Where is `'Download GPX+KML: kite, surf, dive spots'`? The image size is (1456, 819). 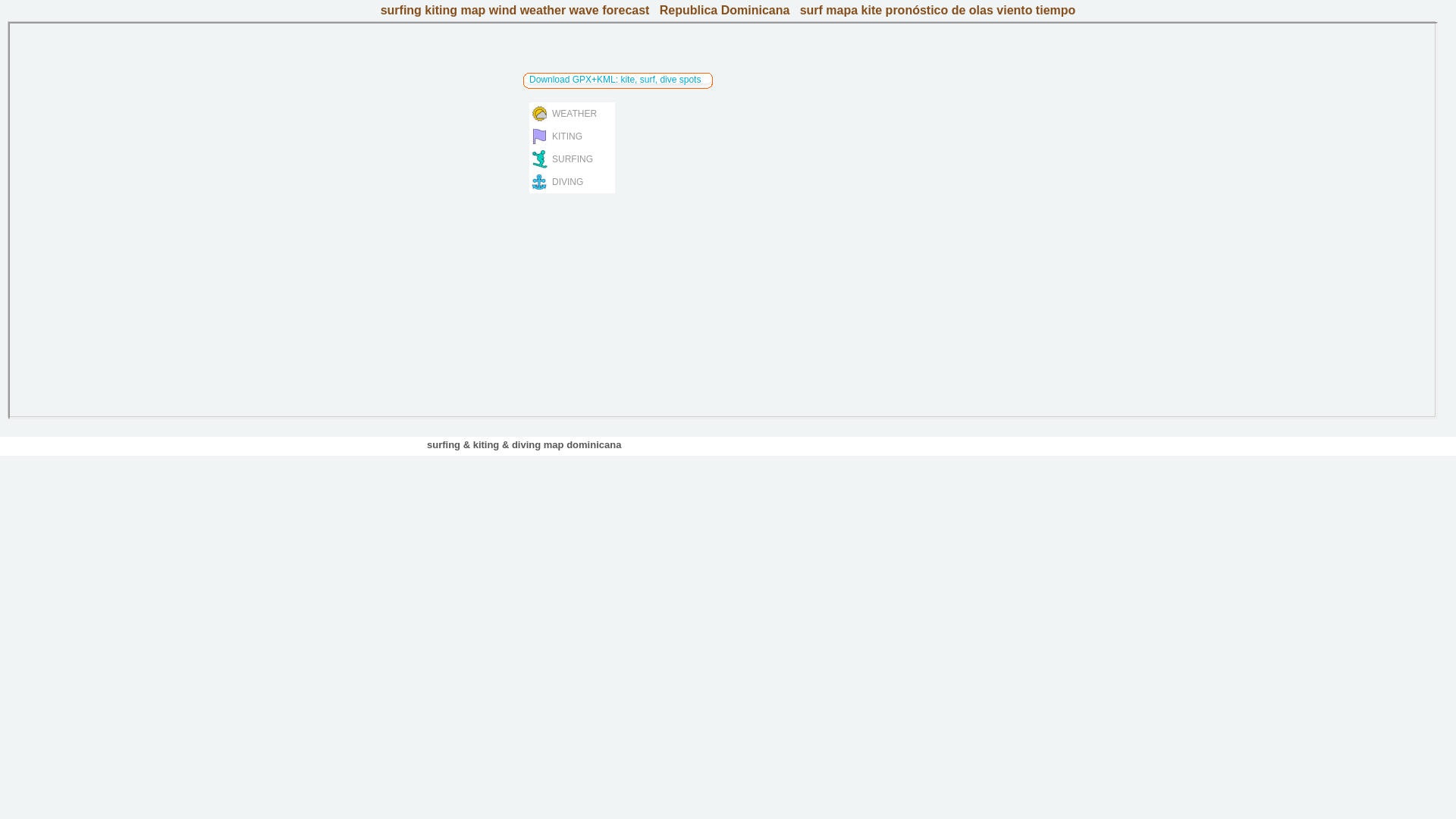
'Download GPX+KML: kite, surf, dive spots' is located at coordinates (615, 79).